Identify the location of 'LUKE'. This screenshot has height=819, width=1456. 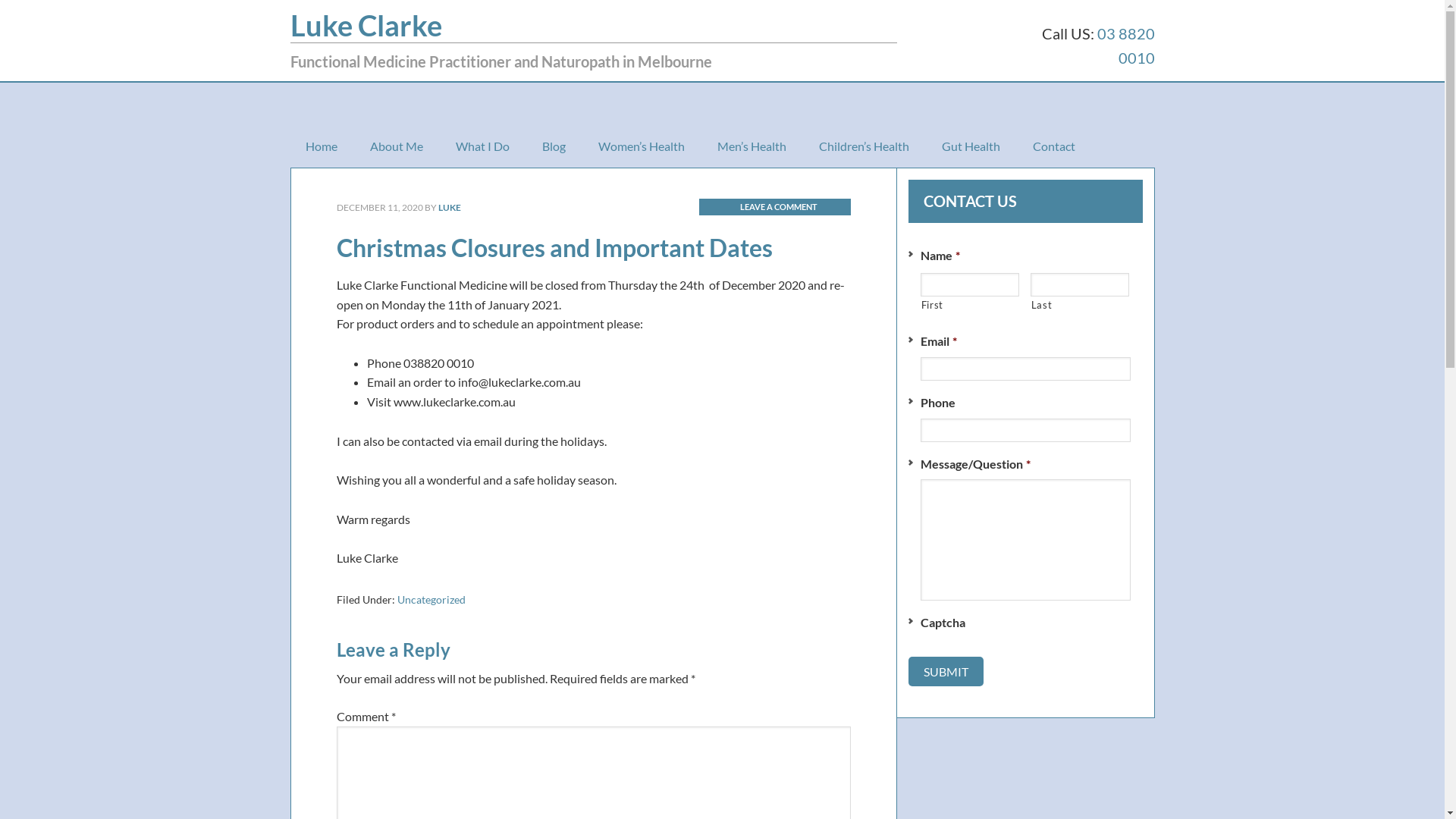
(437, 207).